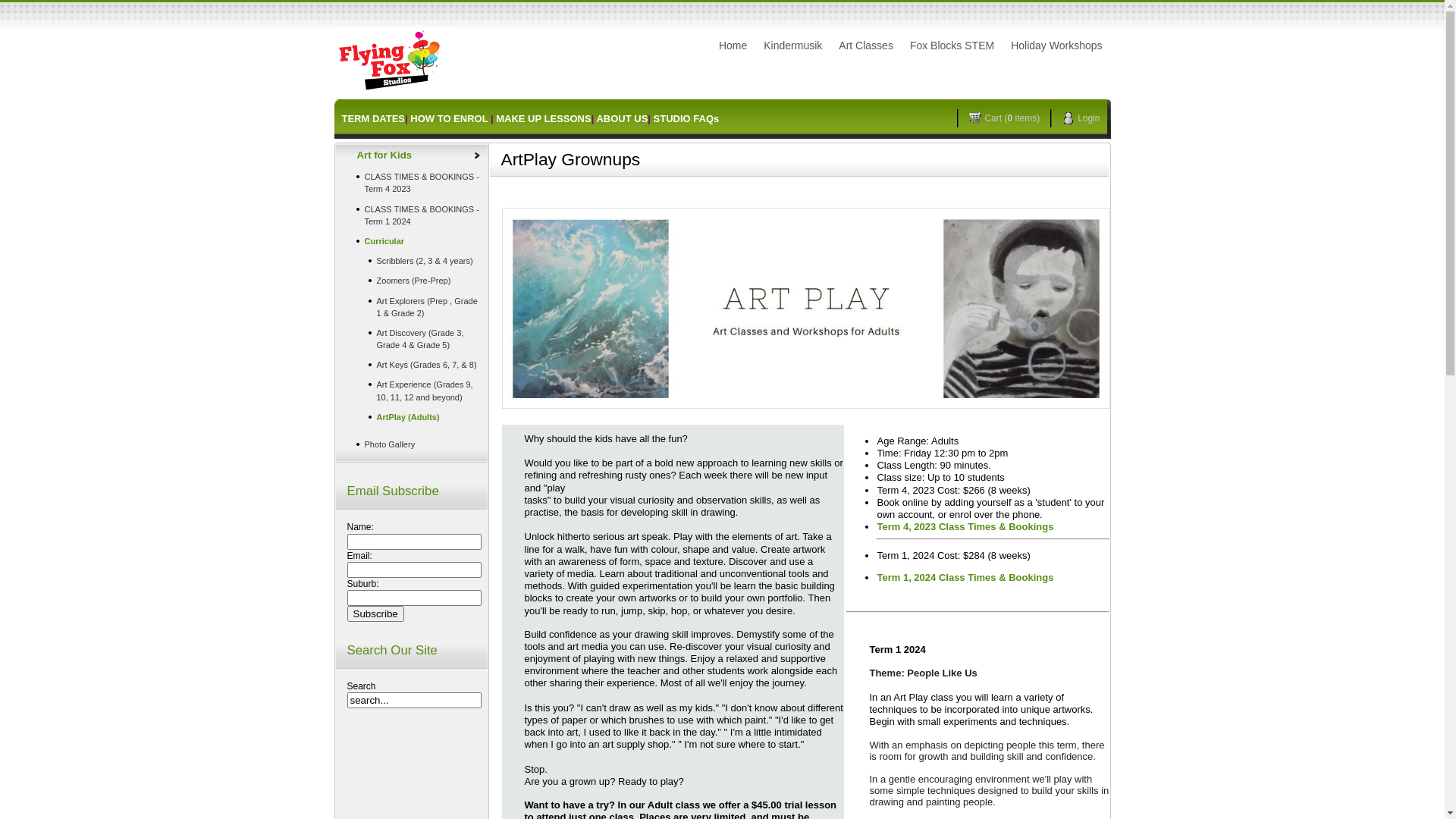  Describe the element at coordinates (411, 215) in the screenshot. I see `'CLASS TIMES & BOOKINGS - Term 1 2024'` at that location.